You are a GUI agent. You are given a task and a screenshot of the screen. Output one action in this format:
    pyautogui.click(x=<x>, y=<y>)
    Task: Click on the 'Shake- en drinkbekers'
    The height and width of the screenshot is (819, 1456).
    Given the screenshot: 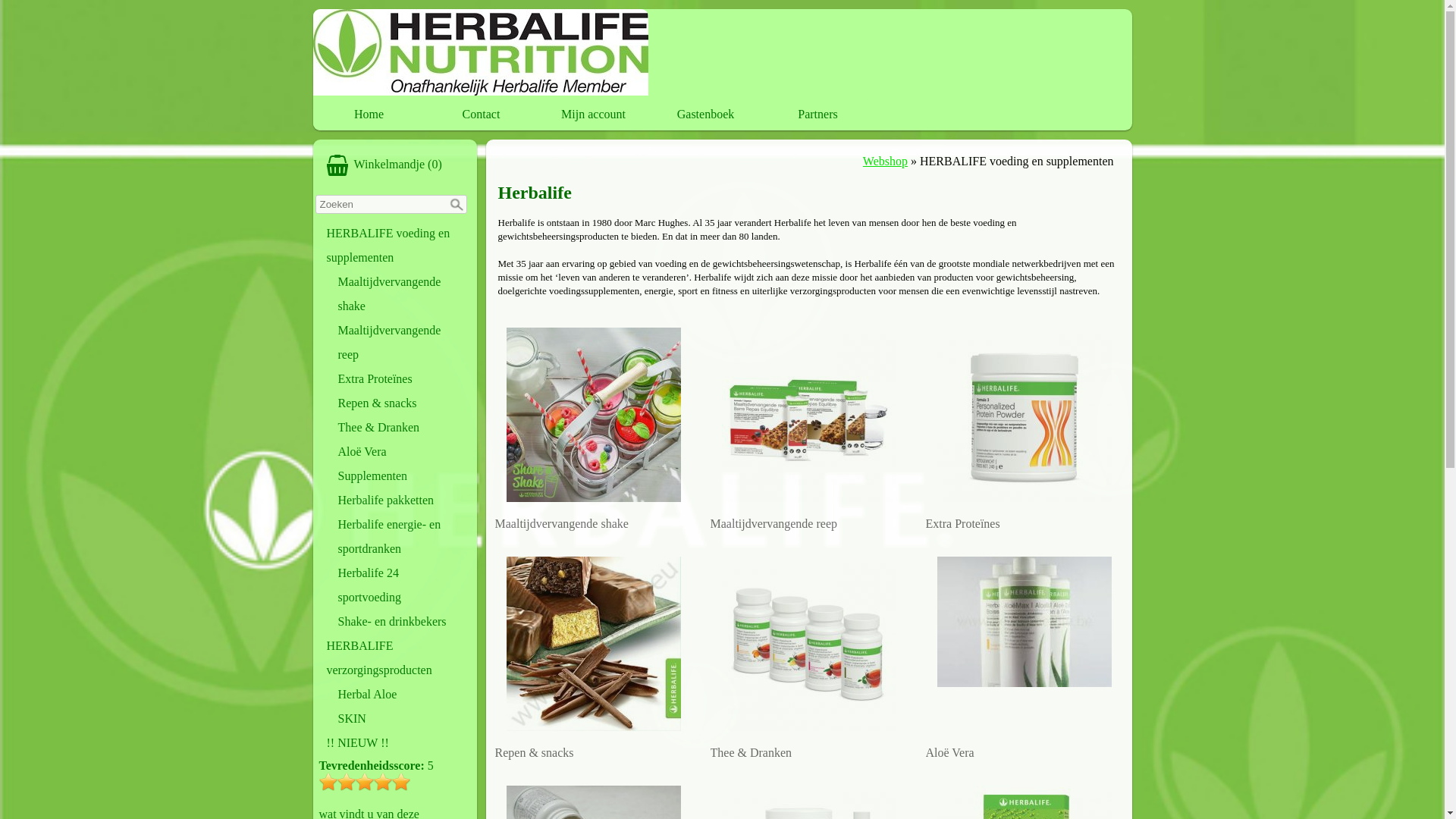 What is the action you would take?
    pyautogui.click(x=325, y=622)
    